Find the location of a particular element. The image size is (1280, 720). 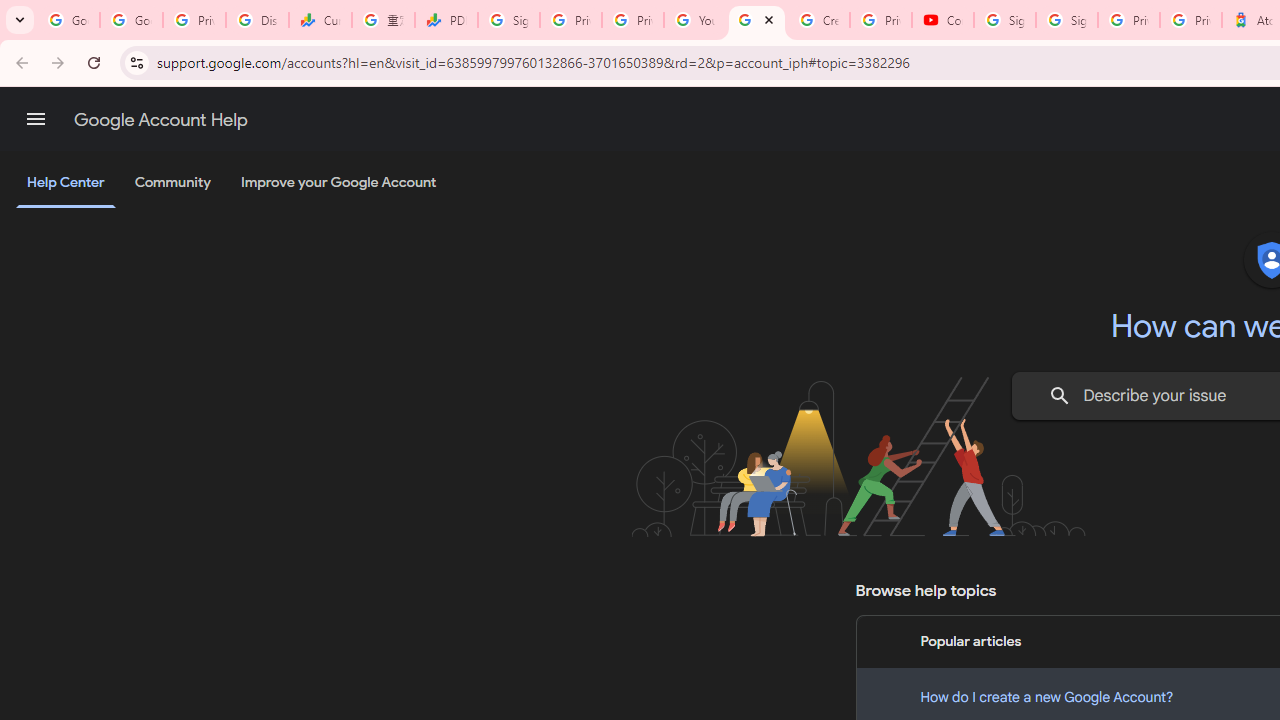

'Google Account Help' is located at coordinates (160, 119).